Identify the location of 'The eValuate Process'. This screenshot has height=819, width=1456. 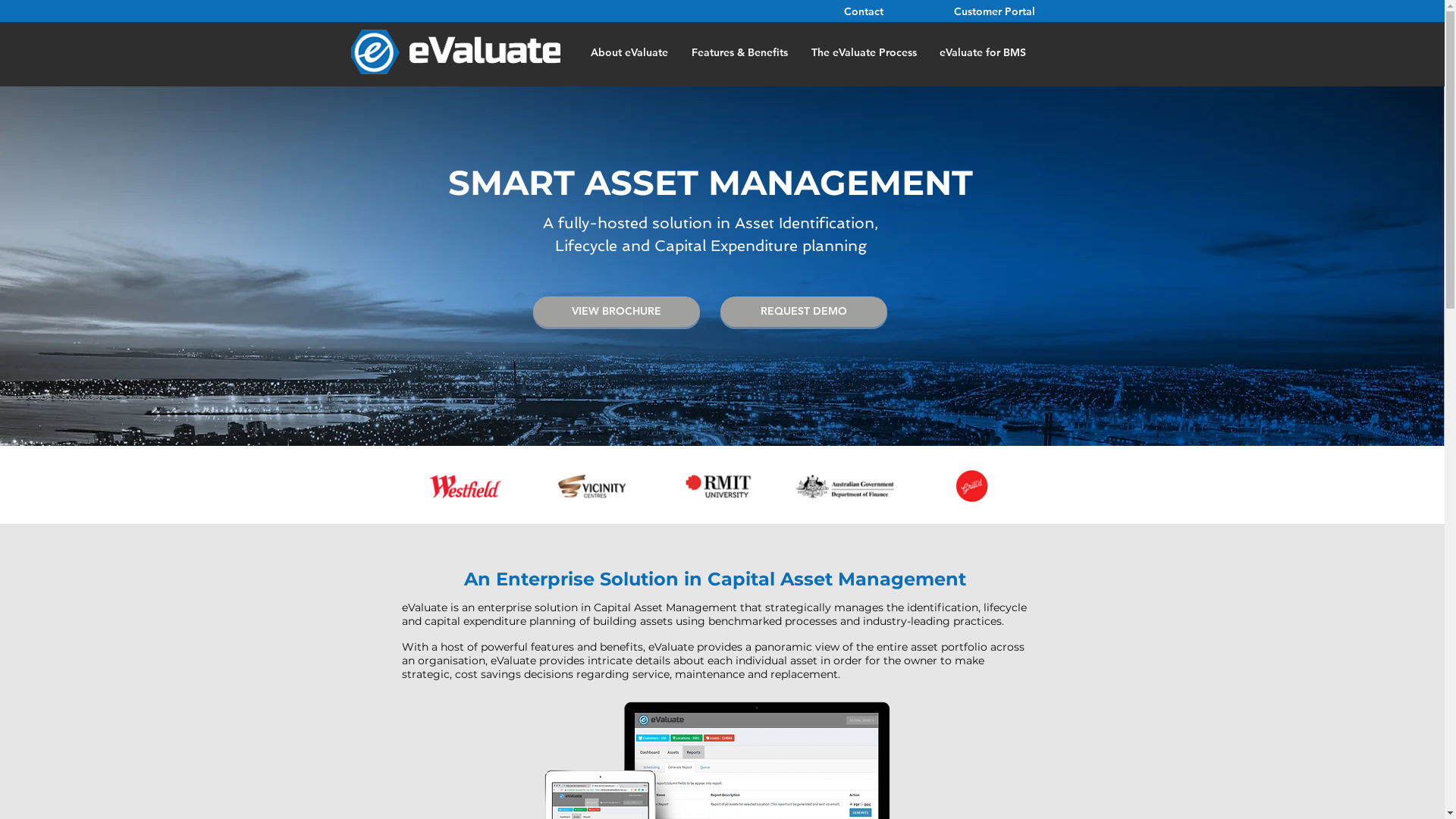
(863, 50).